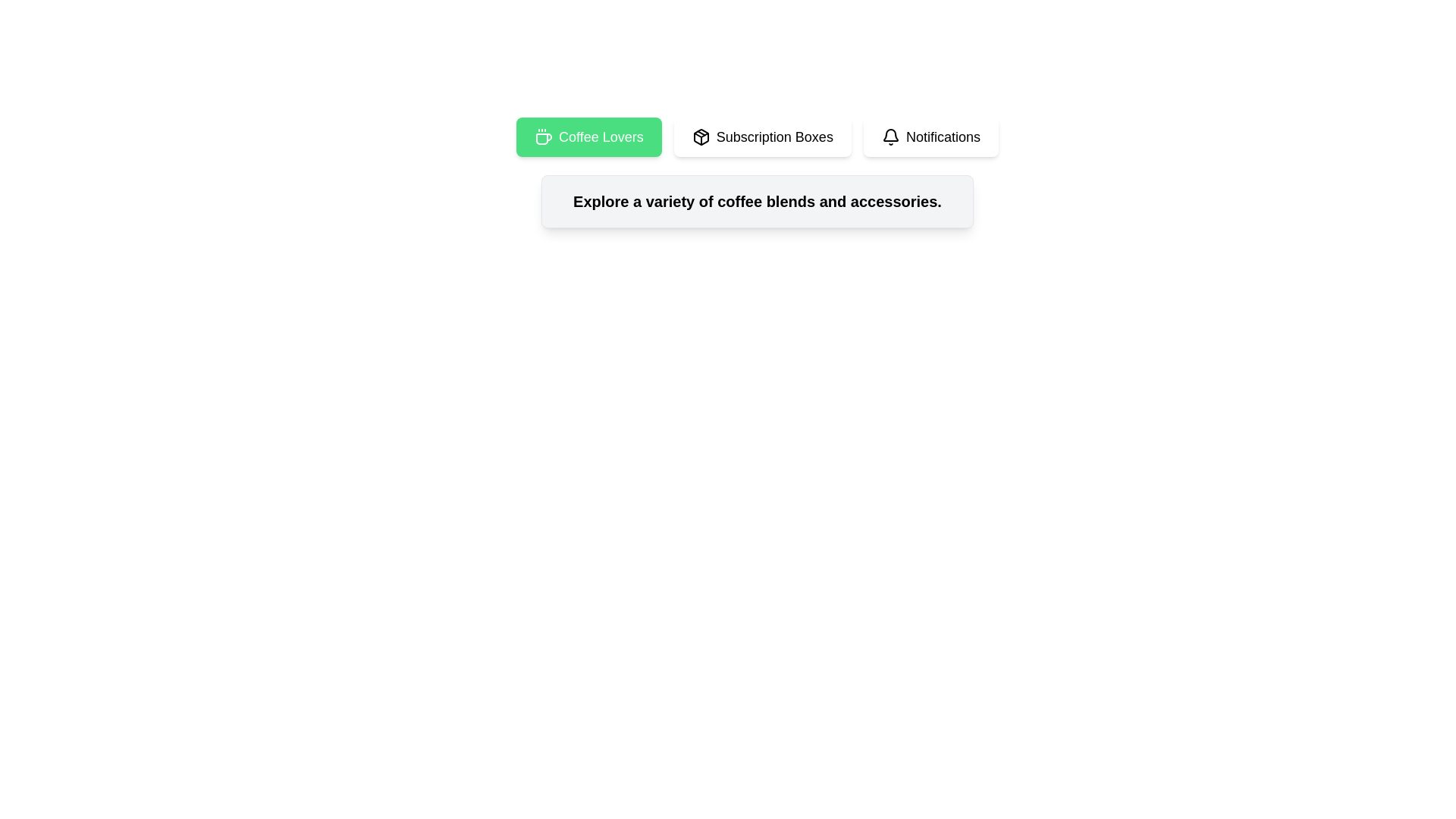  I want to click on the third button in a group of three horizontally aligned buttons, which allows access to notification functionalities, so click(930, 137).